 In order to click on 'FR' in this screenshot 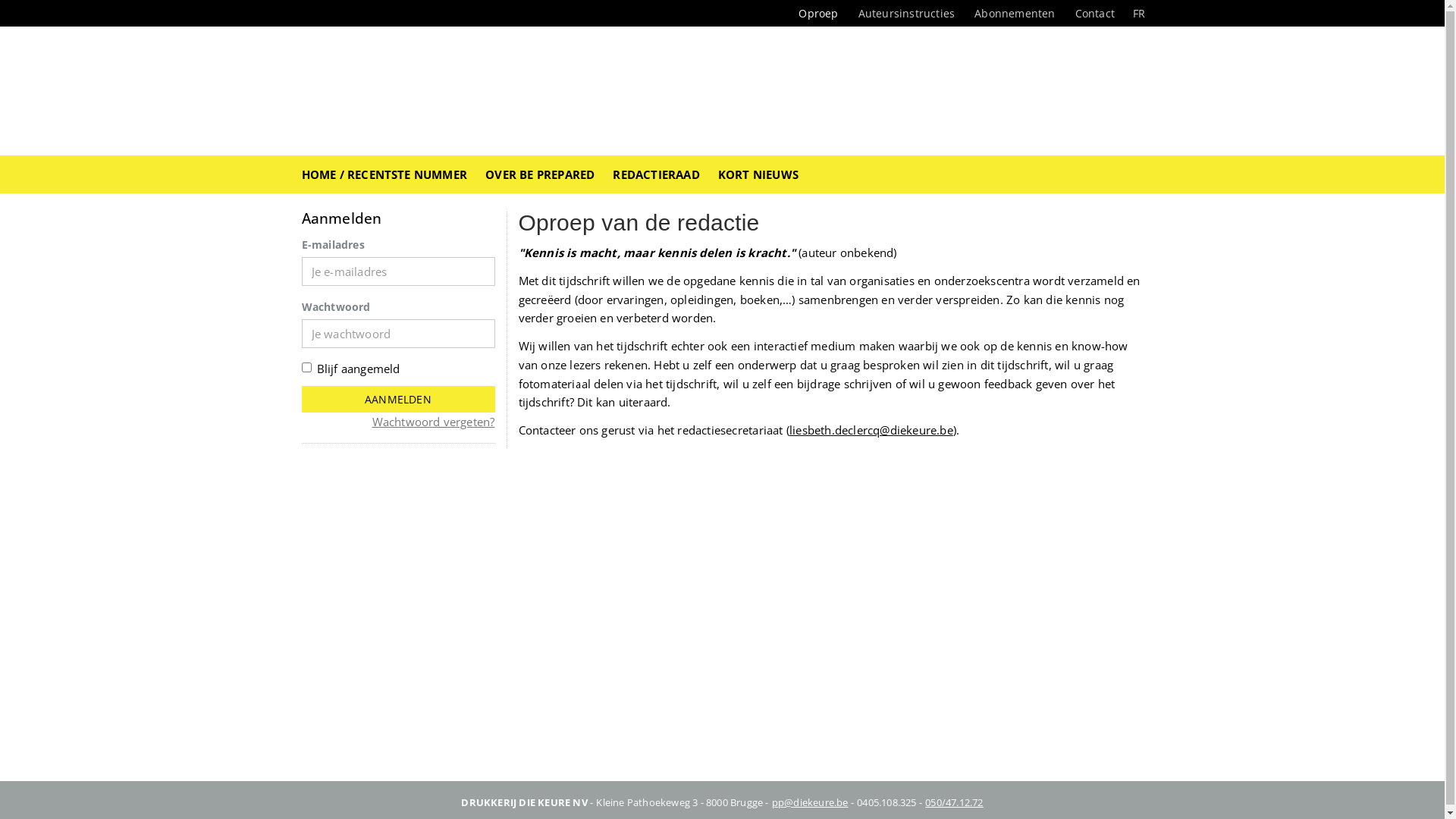, I will do `click(1124, 13)`.